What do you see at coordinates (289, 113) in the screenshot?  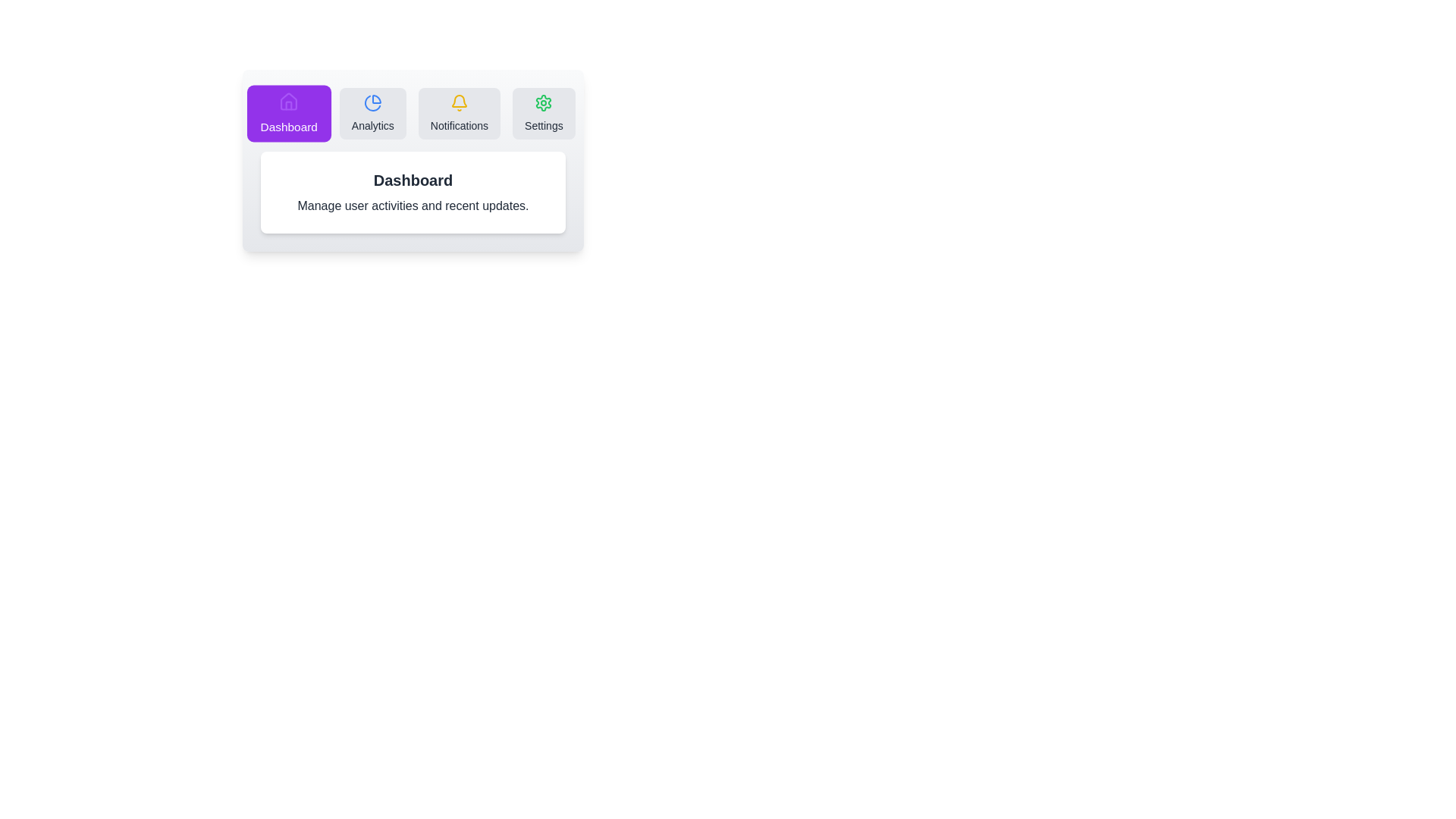 I see `the Dashboard tab` at bounding box center [289, 113].